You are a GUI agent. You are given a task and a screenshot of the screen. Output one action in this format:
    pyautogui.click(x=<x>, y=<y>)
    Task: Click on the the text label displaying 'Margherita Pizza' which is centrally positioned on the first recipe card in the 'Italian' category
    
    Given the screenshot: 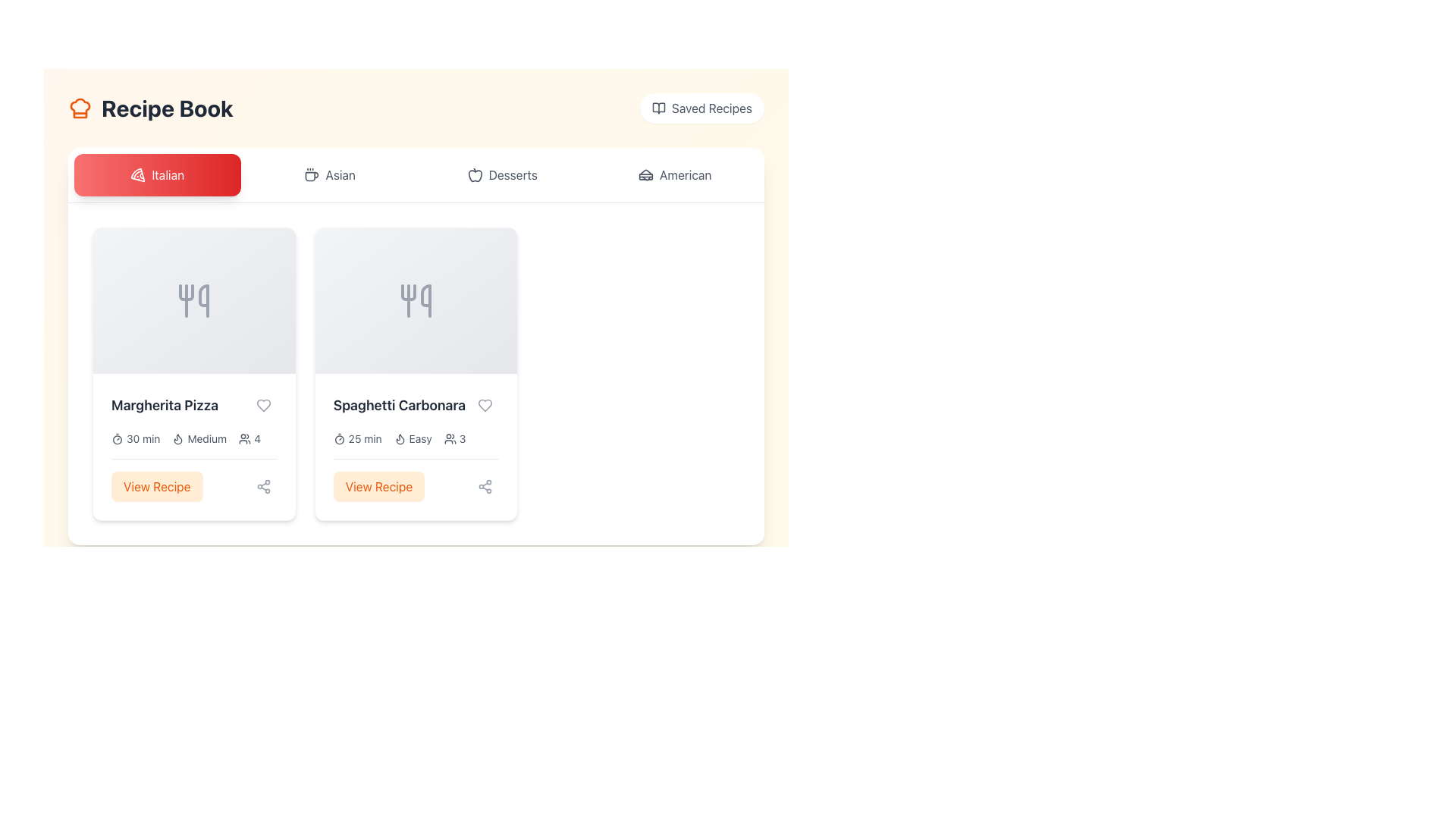 What is the action you would take?
    pyautogui.click(x=193, y=405)
    